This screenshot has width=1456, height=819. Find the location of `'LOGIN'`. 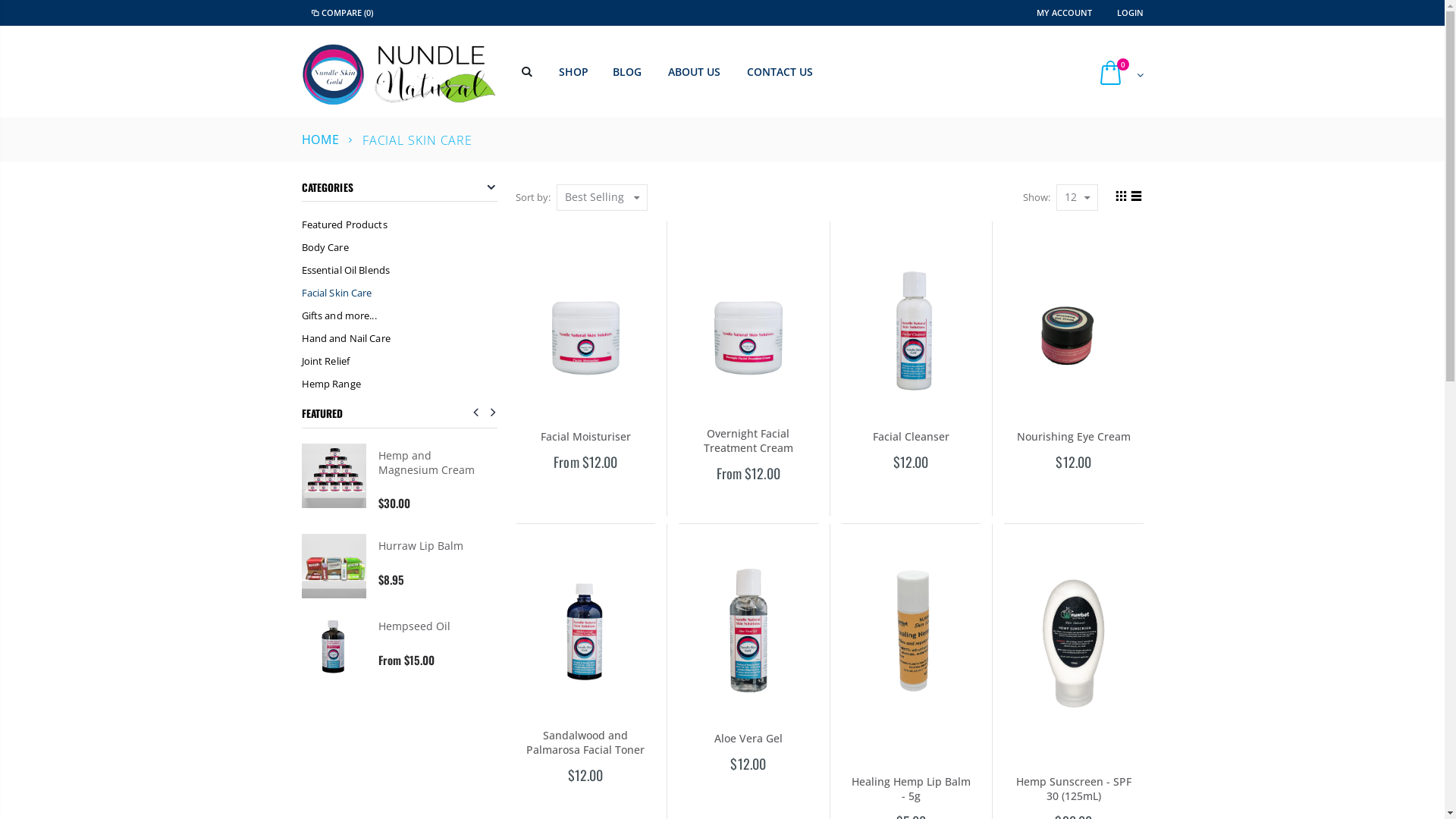

'LOGIN' is located at coordinates (1129, 12).